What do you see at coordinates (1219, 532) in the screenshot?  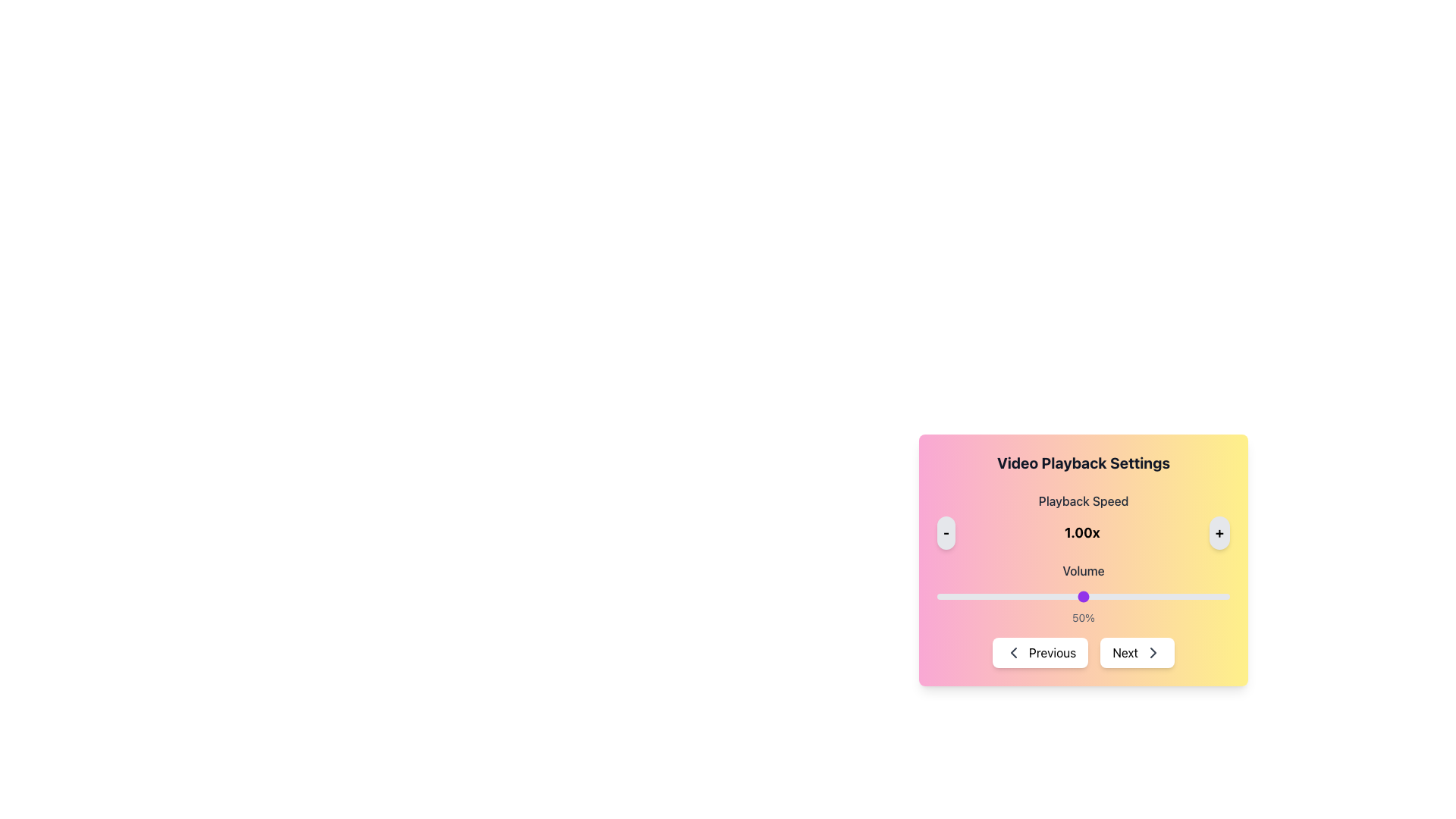 I see `the button on the right side of the 'Playback Speed' section to increment the playback speed` at bounding box center [1219, 532].